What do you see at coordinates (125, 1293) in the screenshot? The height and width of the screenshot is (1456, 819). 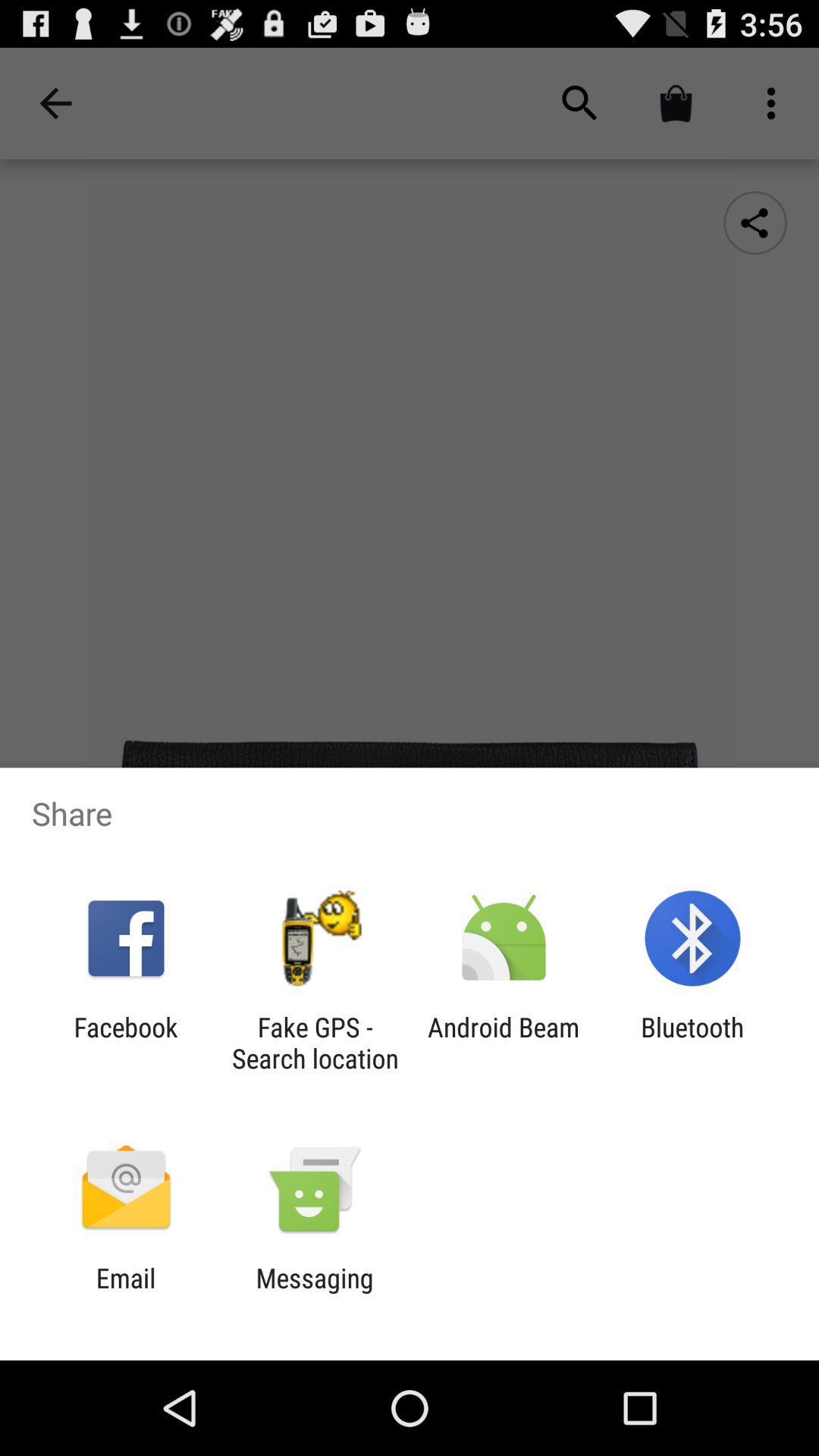 I see `app to the left of messaging item` at bounding box center [125, 1293].